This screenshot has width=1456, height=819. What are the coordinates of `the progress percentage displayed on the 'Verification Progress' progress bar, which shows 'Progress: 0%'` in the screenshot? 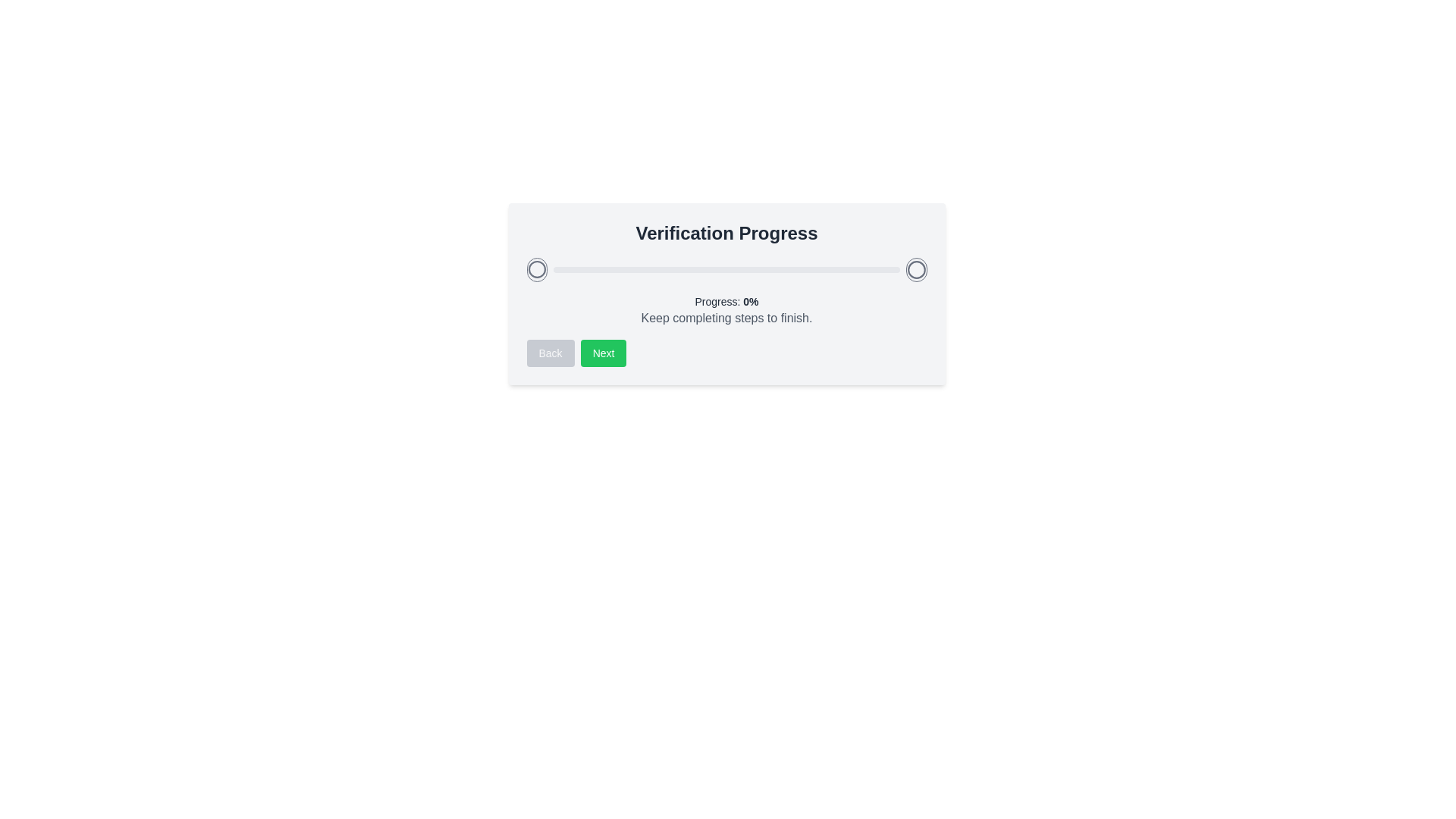 It's located at (726, 294).